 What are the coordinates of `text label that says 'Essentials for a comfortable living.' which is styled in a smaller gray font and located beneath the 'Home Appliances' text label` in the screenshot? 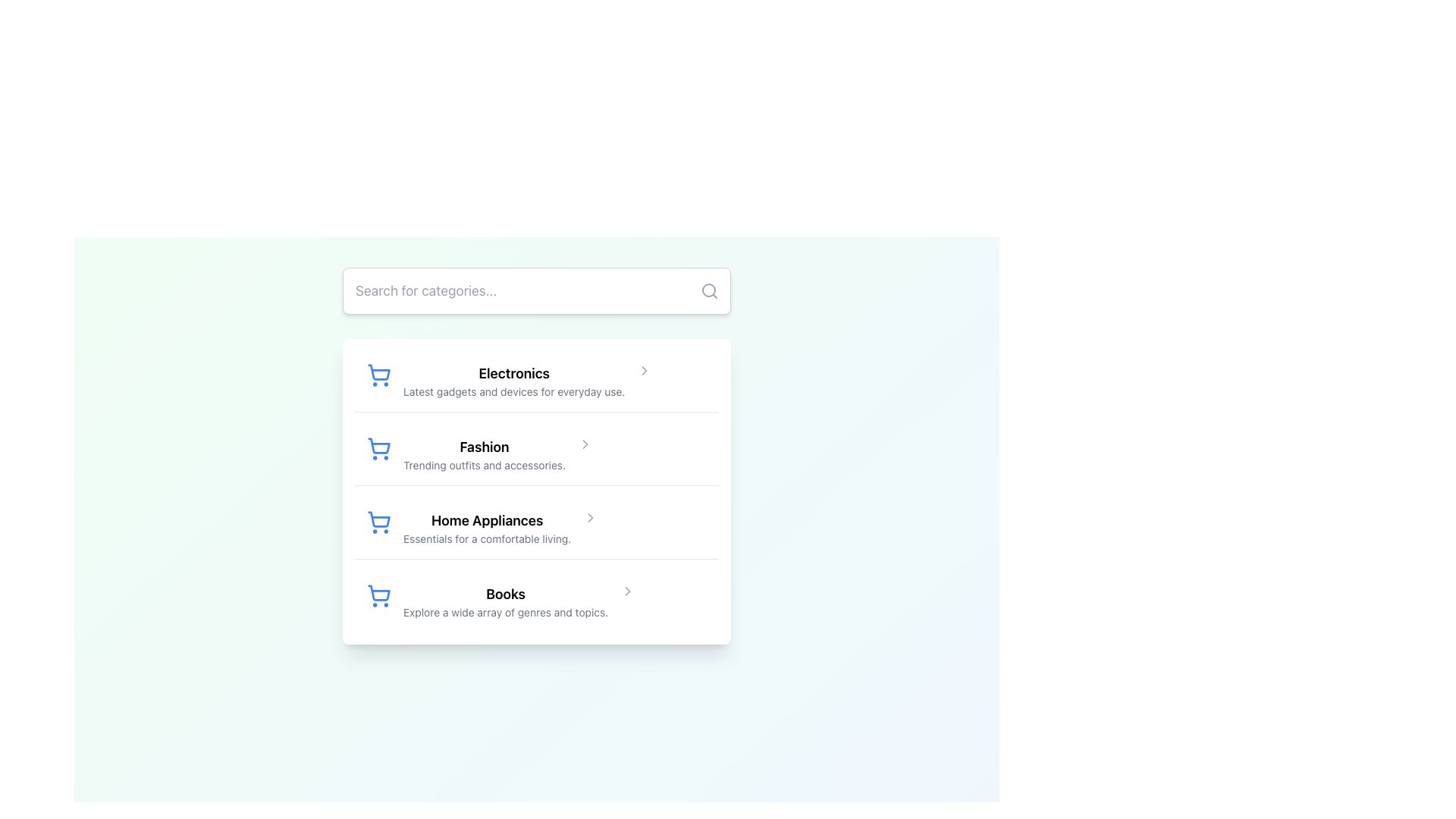 It's located at (487, 538).